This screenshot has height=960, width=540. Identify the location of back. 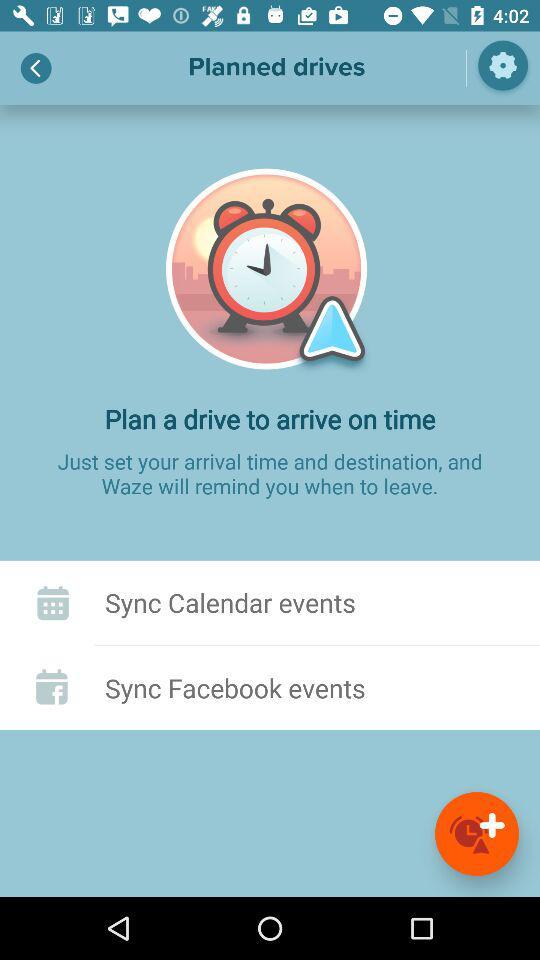
(36, 68).